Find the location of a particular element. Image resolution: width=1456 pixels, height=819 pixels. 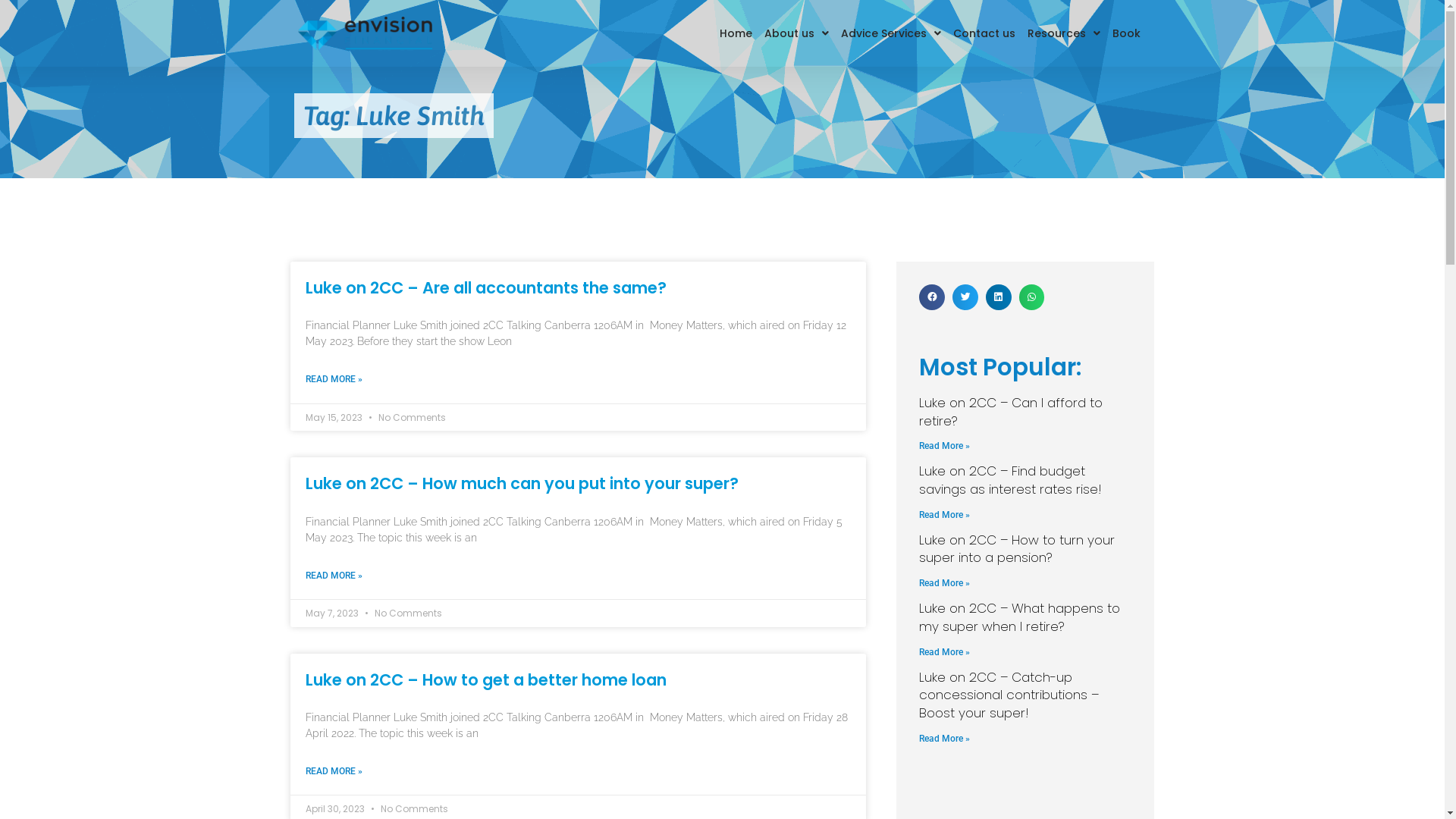

'envision-logo-landscape' is located at coordinates (364, 33).